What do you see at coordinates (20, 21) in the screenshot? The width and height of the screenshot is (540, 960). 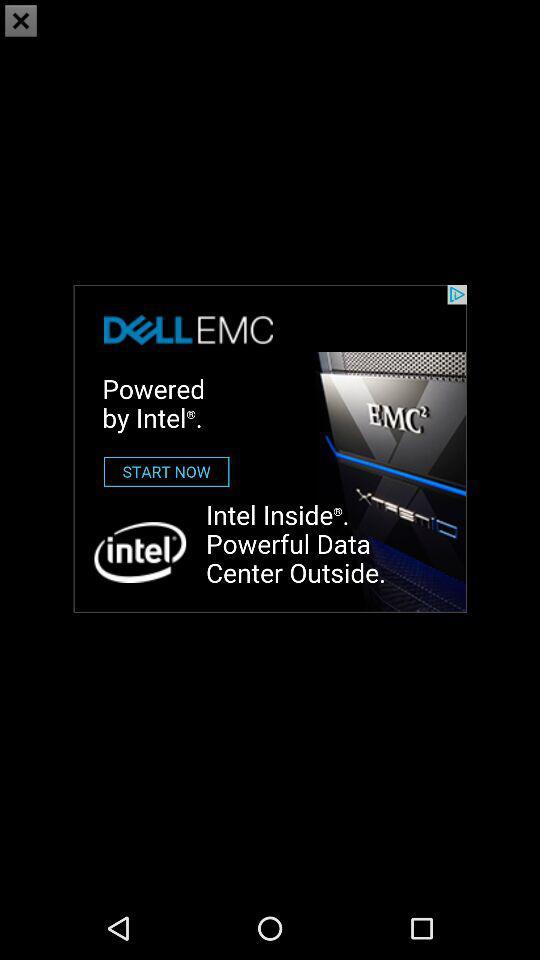 I see `the close icon` at bounding box center [20, 21].